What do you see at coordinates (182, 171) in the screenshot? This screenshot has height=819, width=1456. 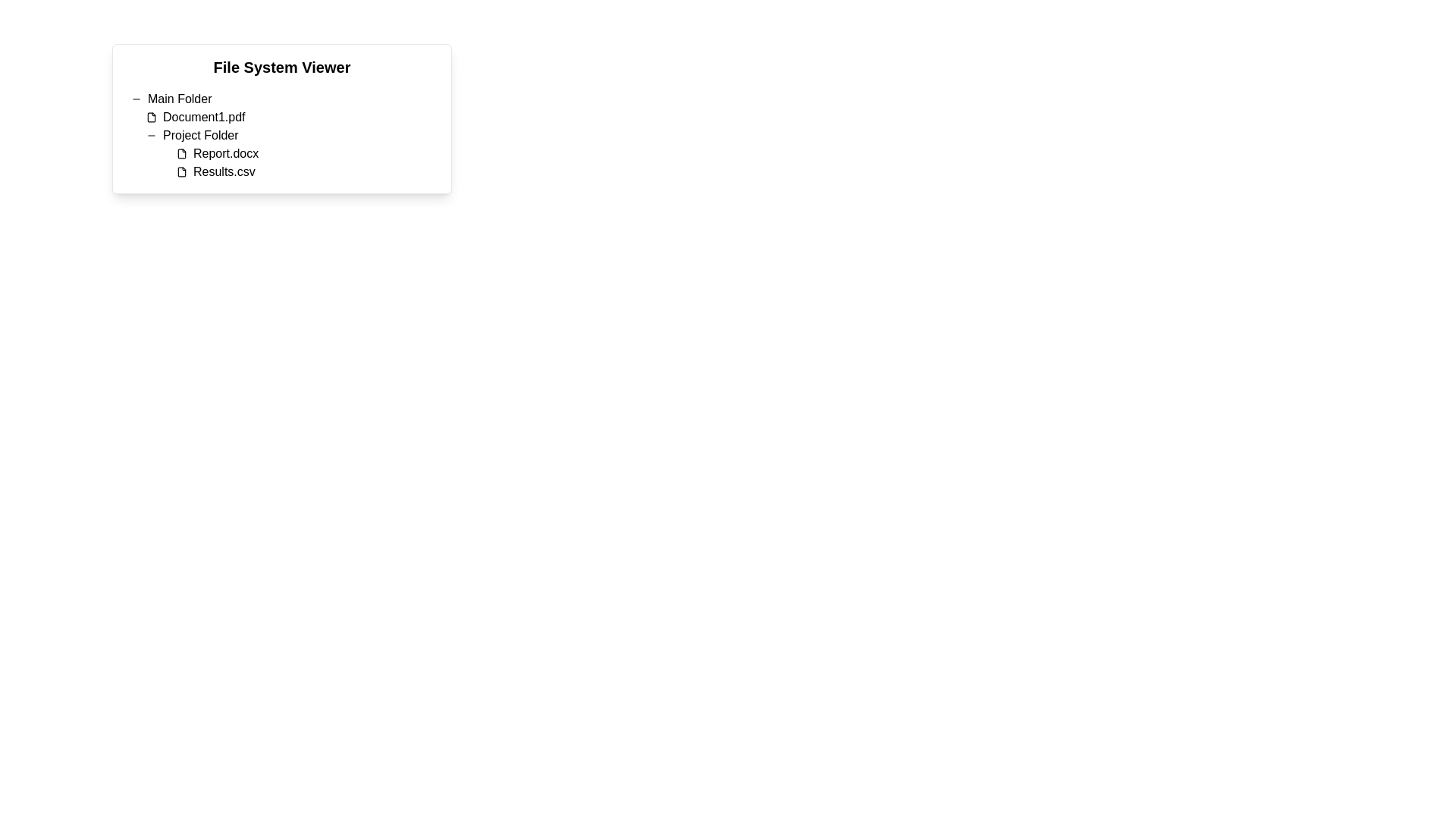 I see `the small file icon representing a document located on the left side of 'Results.csv' in the 'Project Folder' section of the 'File System Viewer' interface` at bounding box center [182, 171].